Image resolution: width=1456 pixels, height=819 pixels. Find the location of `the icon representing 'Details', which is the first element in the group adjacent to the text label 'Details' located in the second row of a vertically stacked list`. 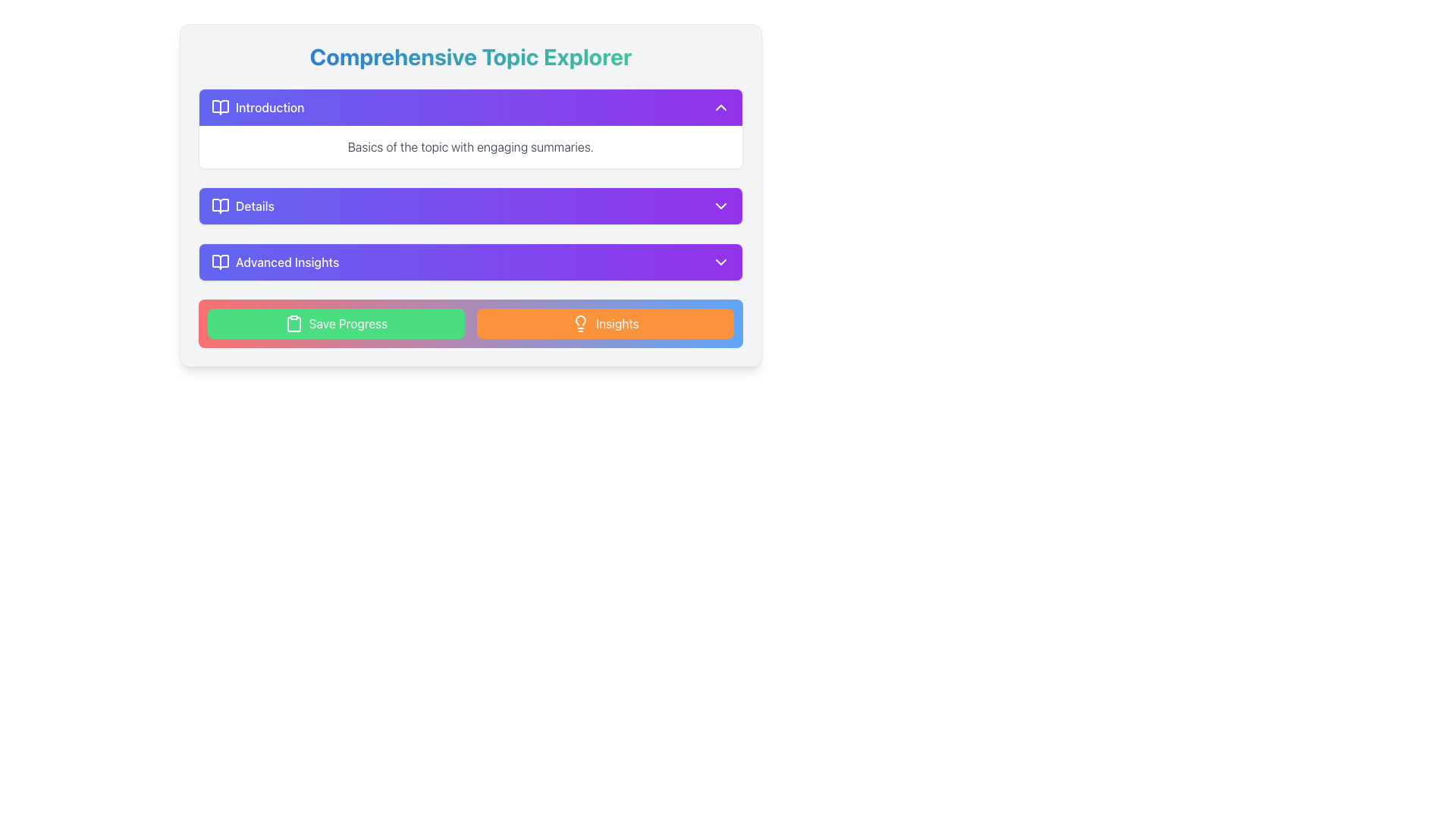

the icon representing 'Details', which is the first element in the group adjacent to the text label 'Details' located in the second row of a vertically stacked list is located at coordinates (220, 206).